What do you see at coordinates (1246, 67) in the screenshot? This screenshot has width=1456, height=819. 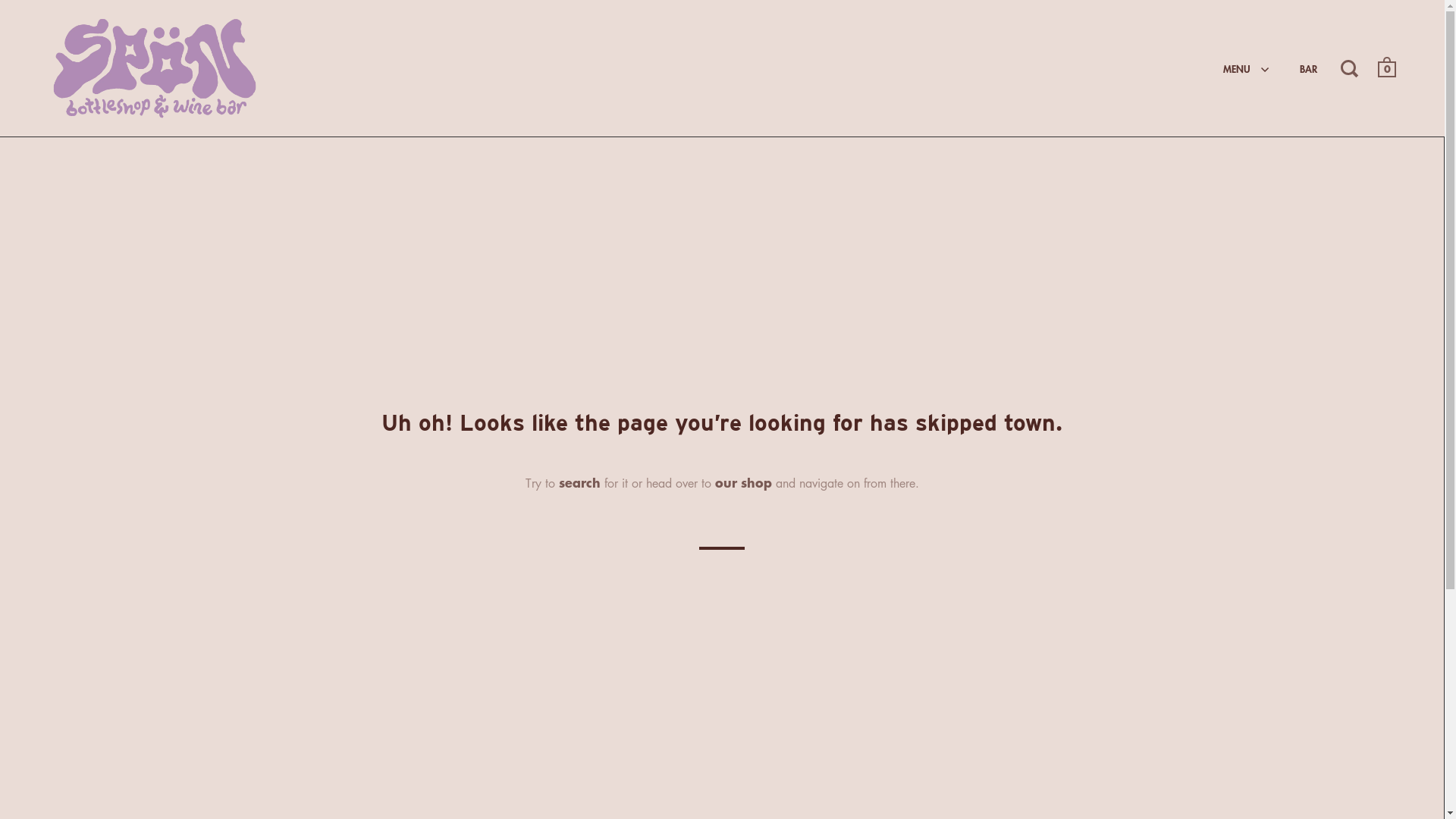 I see `'MENU'` at bounding box center [1246, 67].